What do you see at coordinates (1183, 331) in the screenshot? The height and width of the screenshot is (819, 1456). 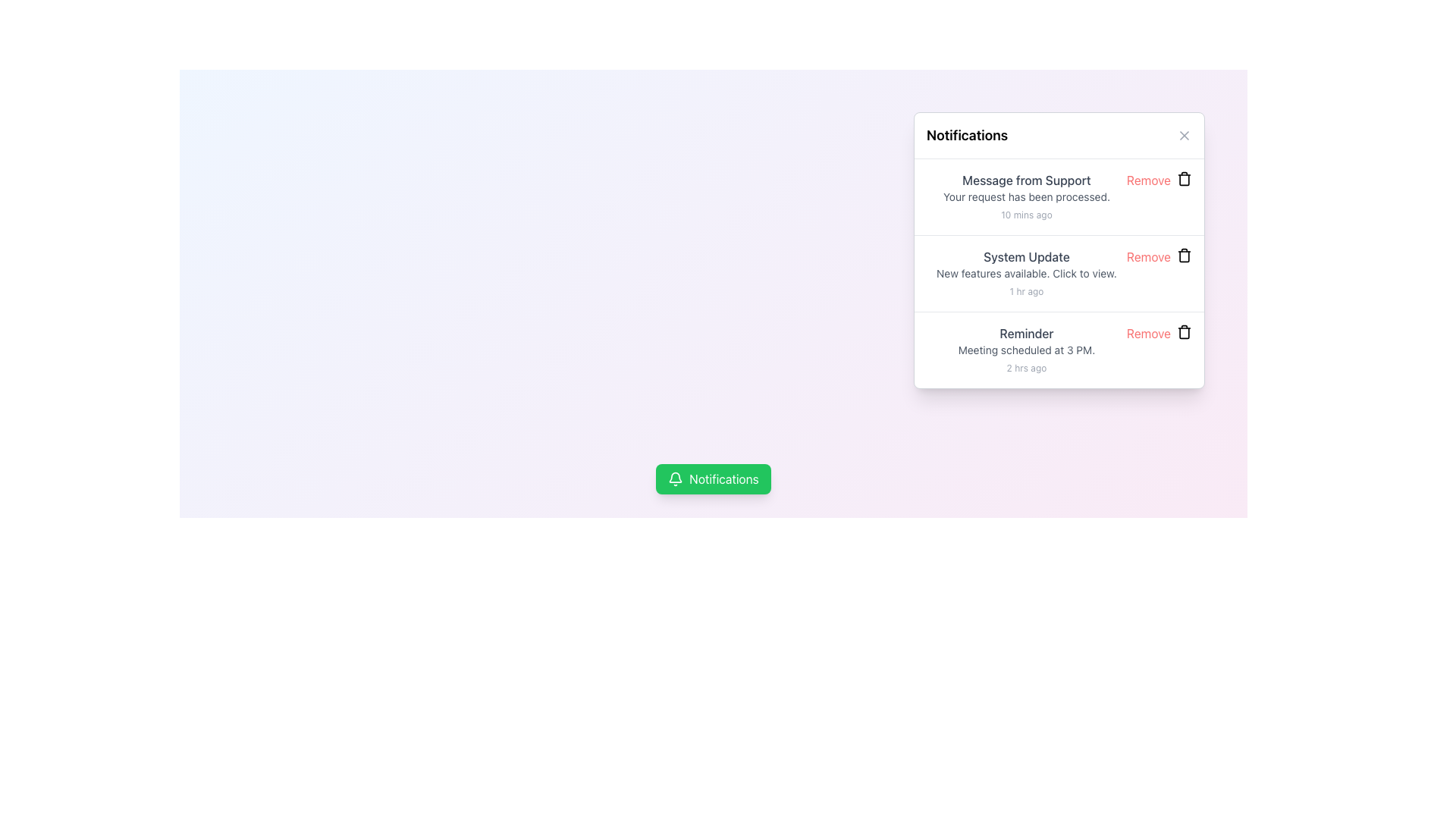 I see `the delete icon located at the rightmost side of the third notification item in the list, adjacent to the 'Remove' text` at bounding box center [1183, 331].